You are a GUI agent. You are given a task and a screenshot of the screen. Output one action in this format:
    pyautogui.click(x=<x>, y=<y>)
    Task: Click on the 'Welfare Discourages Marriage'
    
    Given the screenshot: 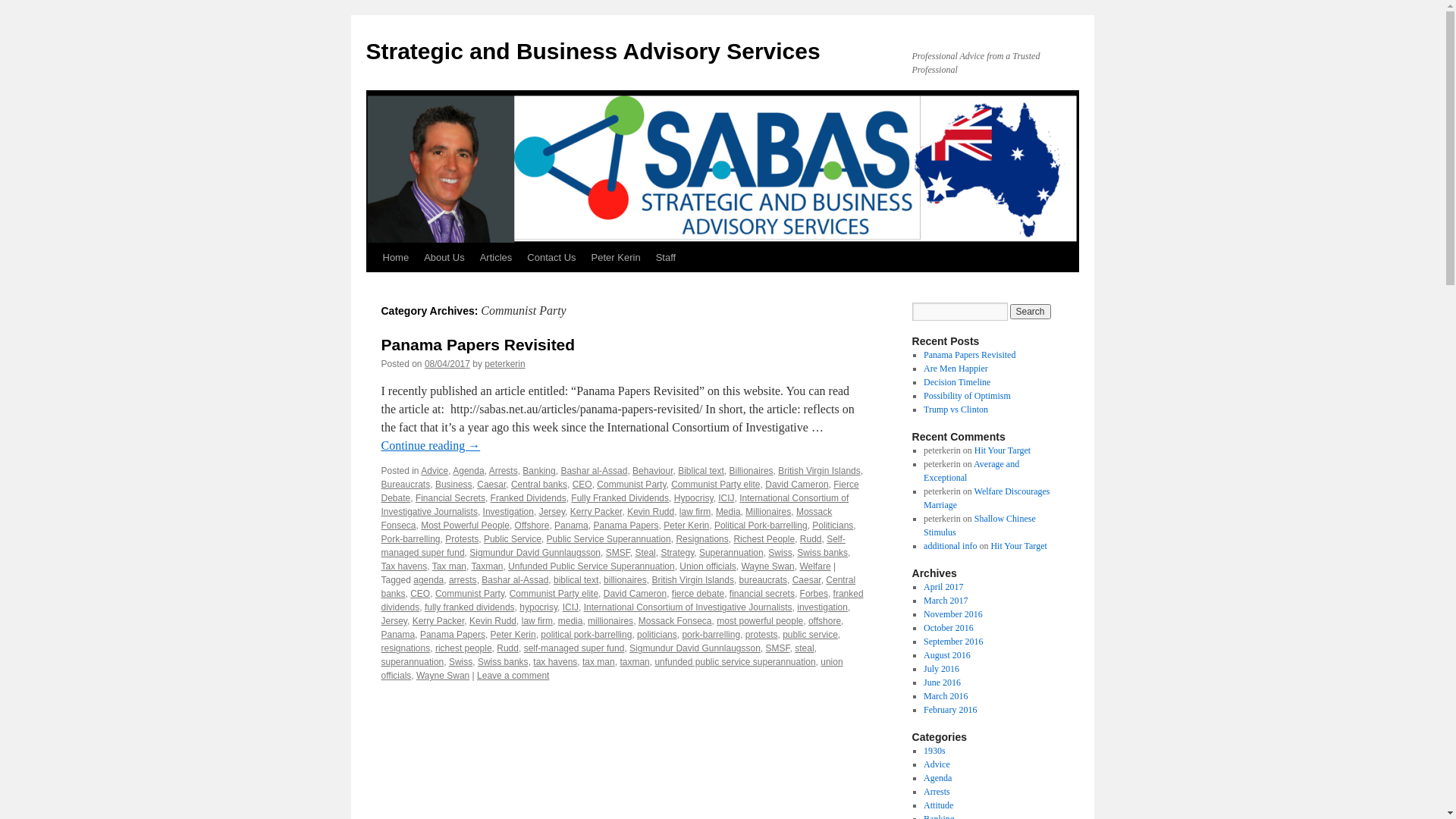 What is the action you would take?
    pyautogui.click(x=986, y=497)
    